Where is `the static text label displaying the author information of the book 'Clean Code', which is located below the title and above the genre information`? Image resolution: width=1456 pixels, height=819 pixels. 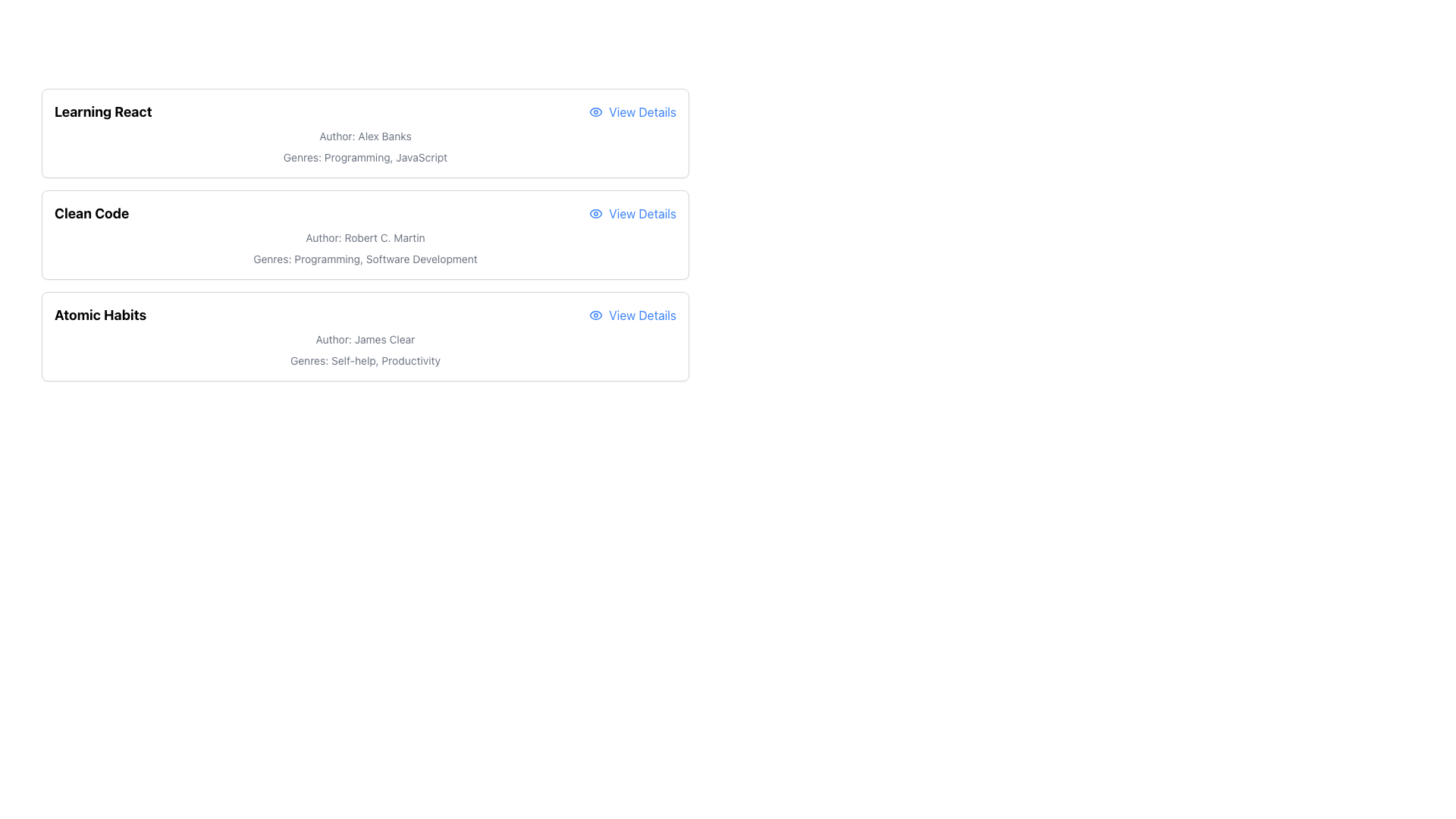
the static text label displaying the author information of the book 'Clean Code', which is located below the title and above the genre information is located at coordinates (365, 237).